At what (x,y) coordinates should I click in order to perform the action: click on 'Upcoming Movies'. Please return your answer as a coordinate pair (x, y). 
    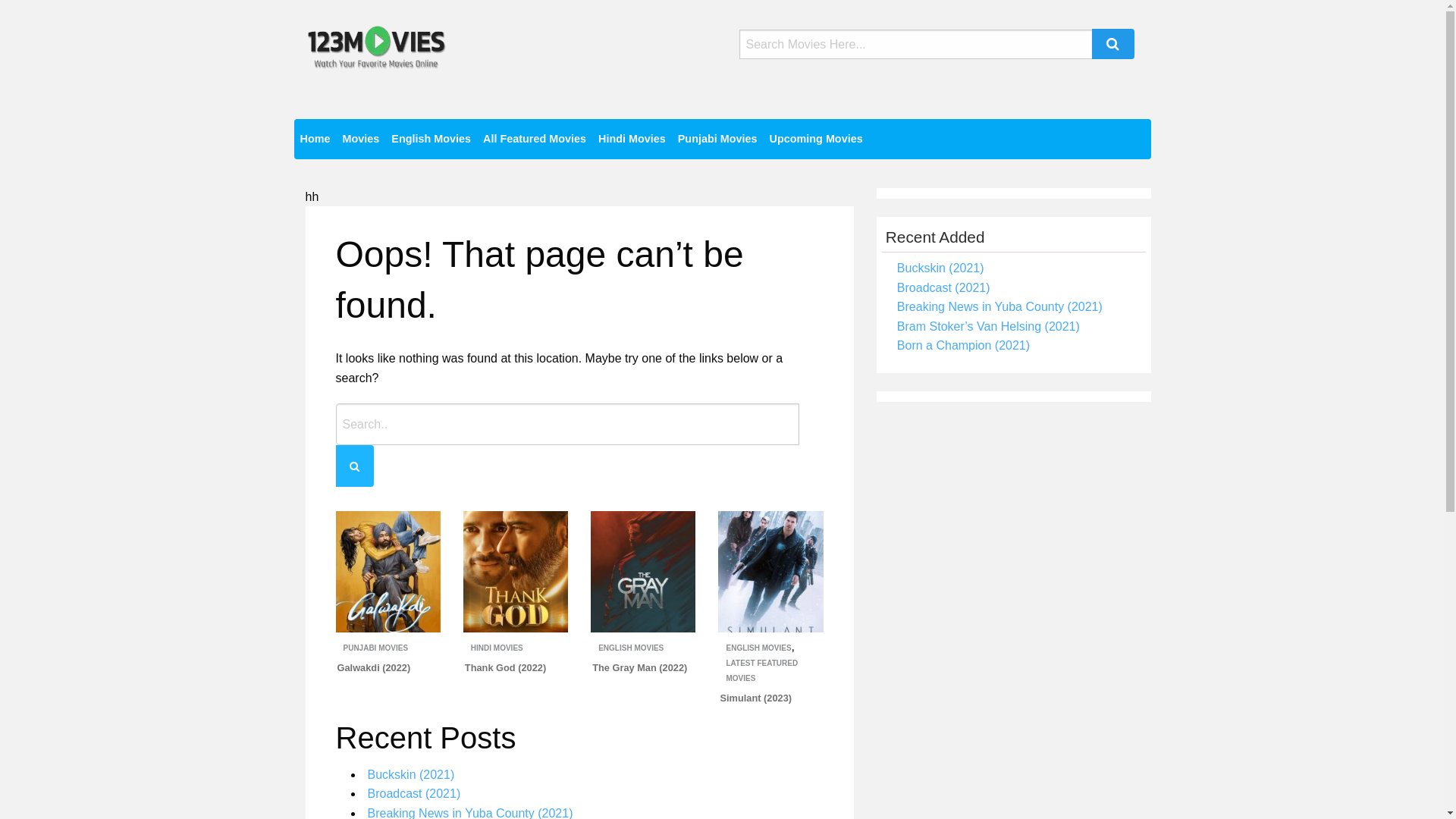
    Looking at the image, I should click on (815, 139).